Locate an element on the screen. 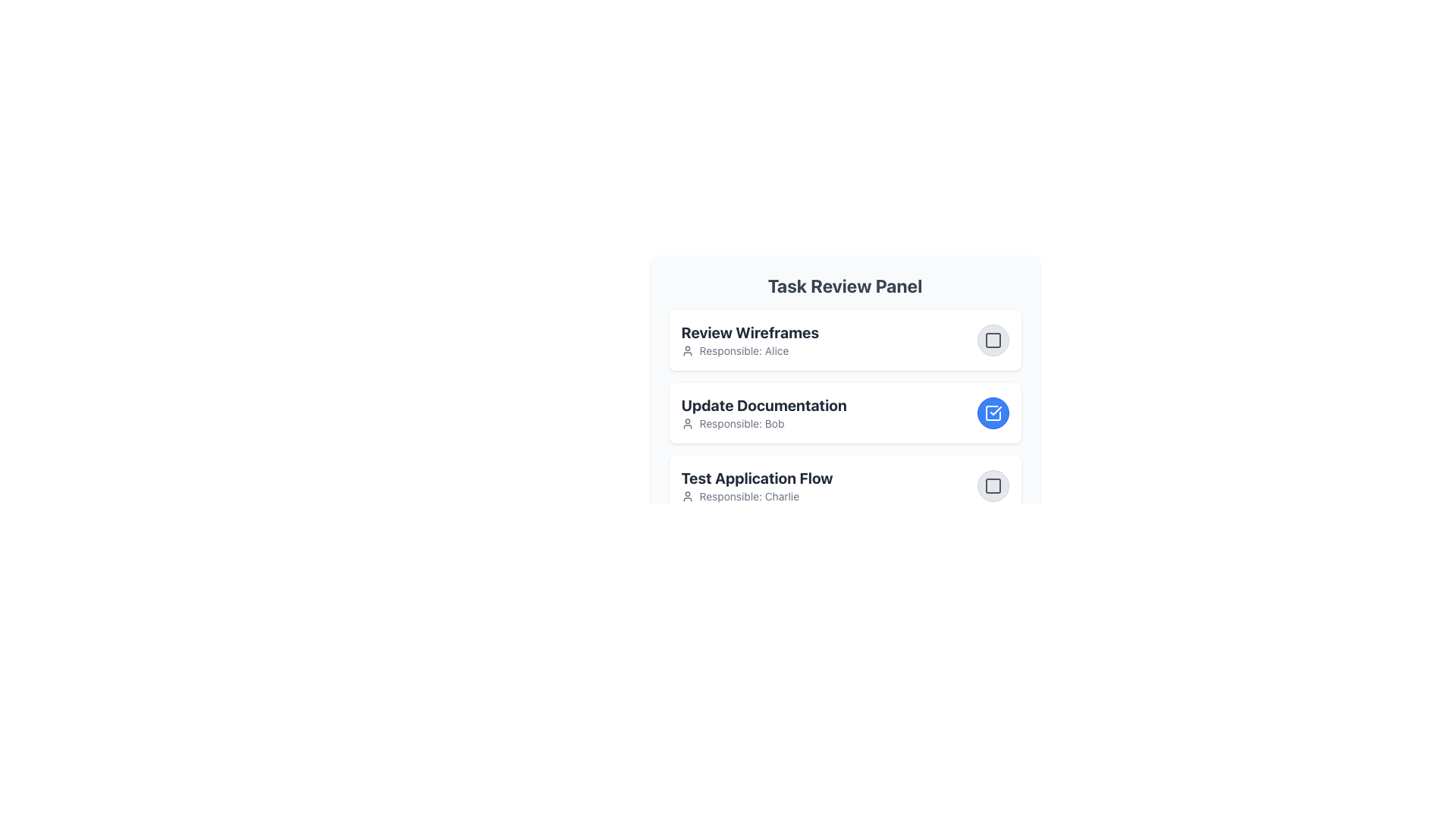  the user profile icon, which is a small silhouette of a person located to the left of the text 'Responsible: Bob' is located at coordinates (686, 424).